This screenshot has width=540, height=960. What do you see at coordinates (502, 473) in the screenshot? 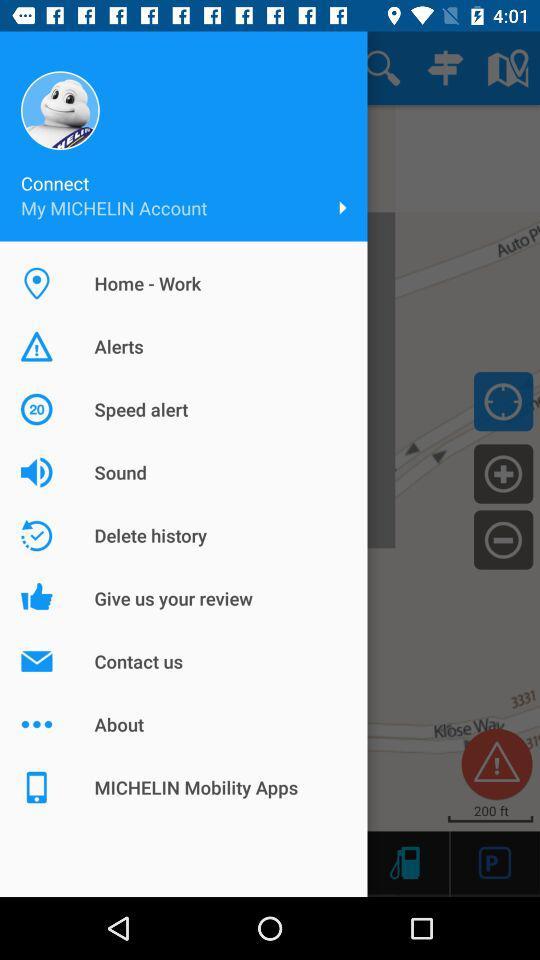
I see `the add icon` at bounding box center [502, 473].